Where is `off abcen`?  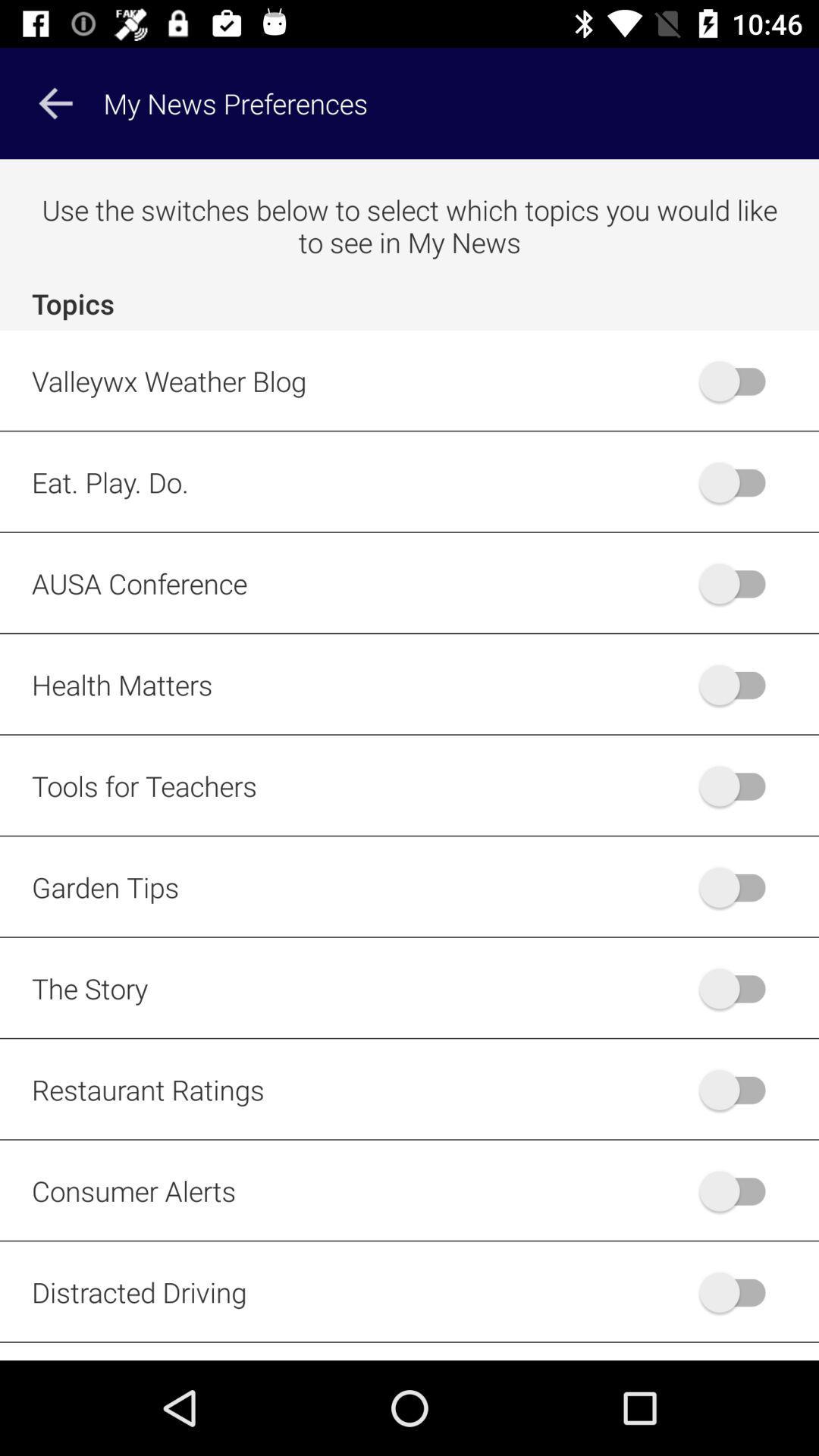 off abcen is located at coordinates (739, 582).